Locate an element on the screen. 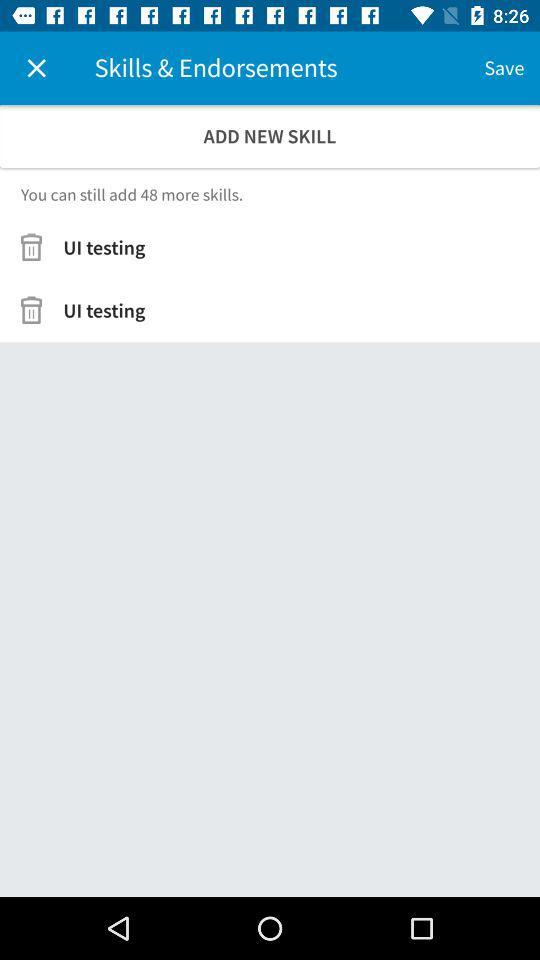 This screenshot has height=960, width=540. icon to the left of the skills & endorsements icon is located at coordinates (36, 68).